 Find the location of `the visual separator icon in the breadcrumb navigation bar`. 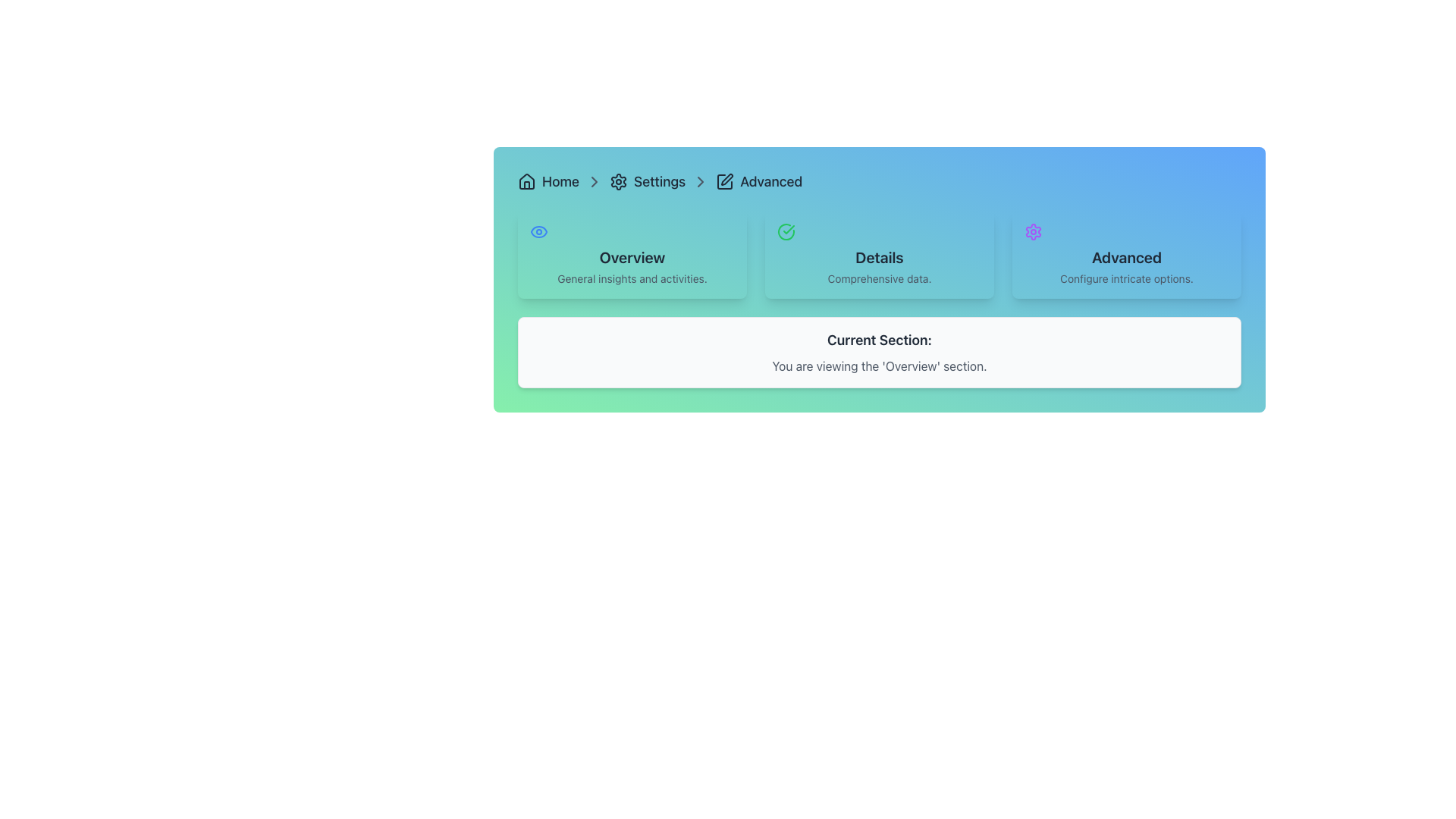

the visual separator icon in the breadcrumb navigation bar is located at coordinates (593, 180).